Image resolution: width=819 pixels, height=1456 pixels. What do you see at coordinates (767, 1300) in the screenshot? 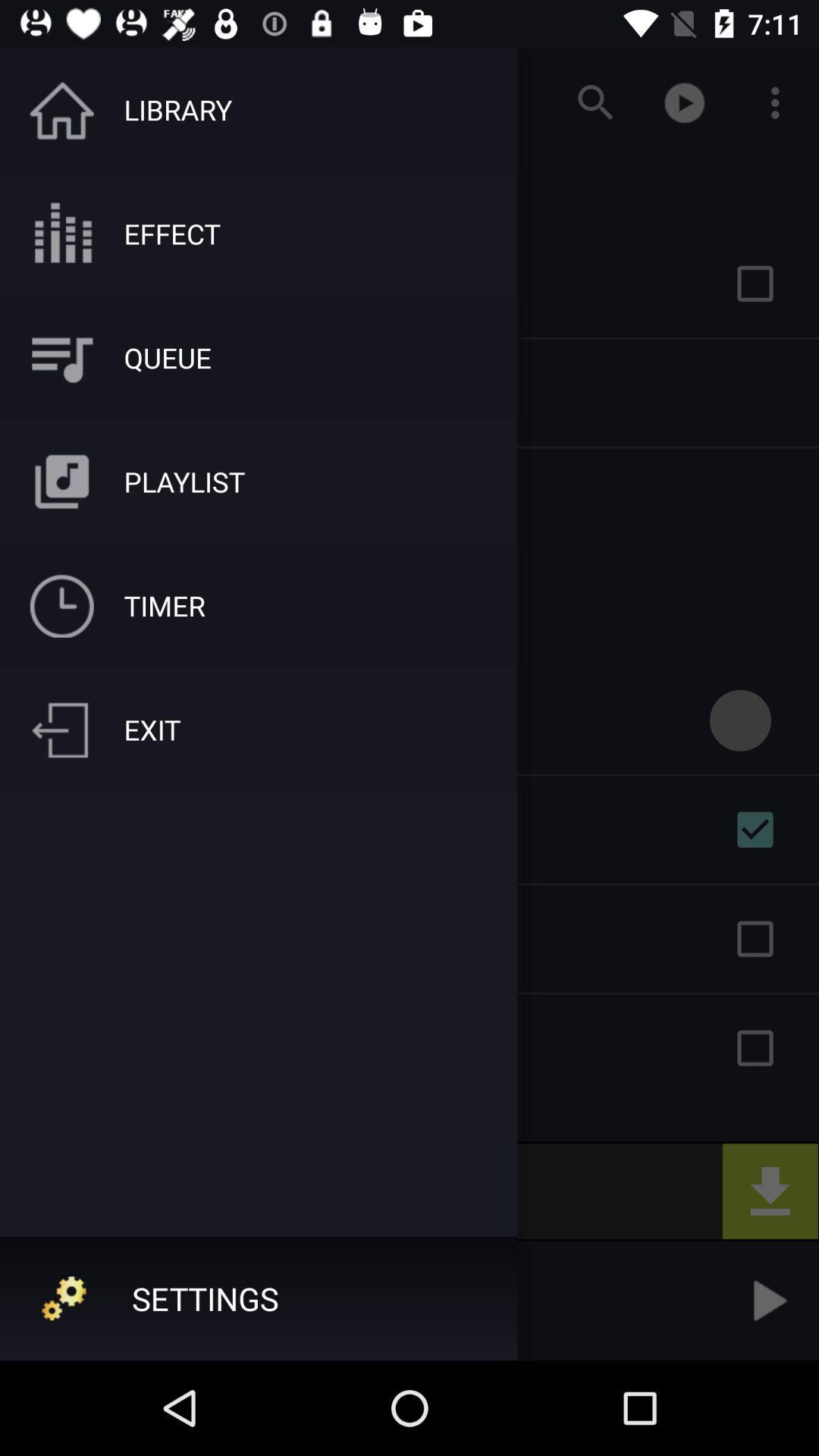
I see `the play icon` at bounding box center [767, 1300].